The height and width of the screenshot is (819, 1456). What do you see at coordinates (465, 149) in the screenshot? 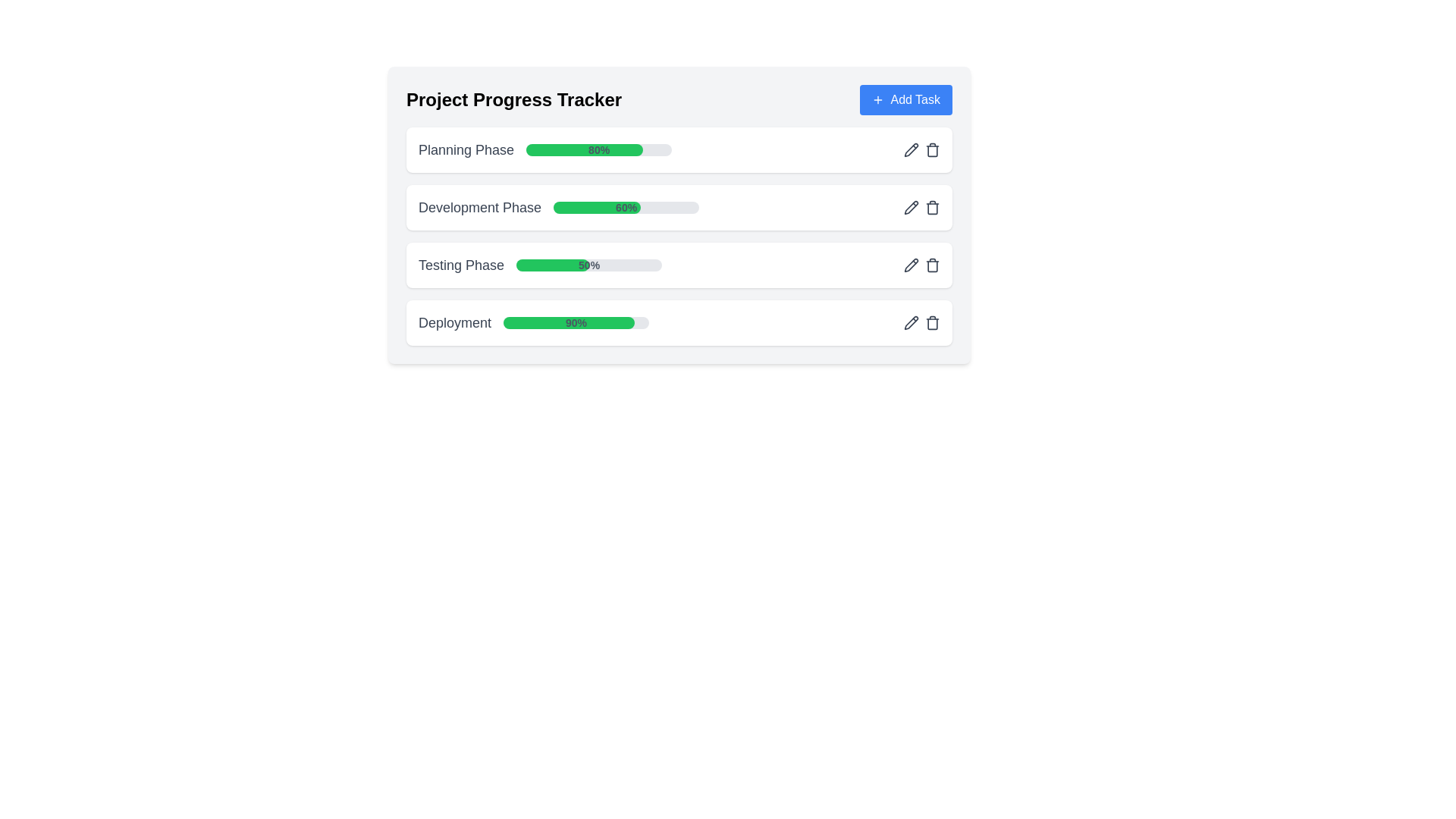
I see `the static text label that identifies the current progress phase, located at the top of the vertically stacked list of progress items, adjacent to the green progress bar labeled '80%'` at bounding box center [465, 149].